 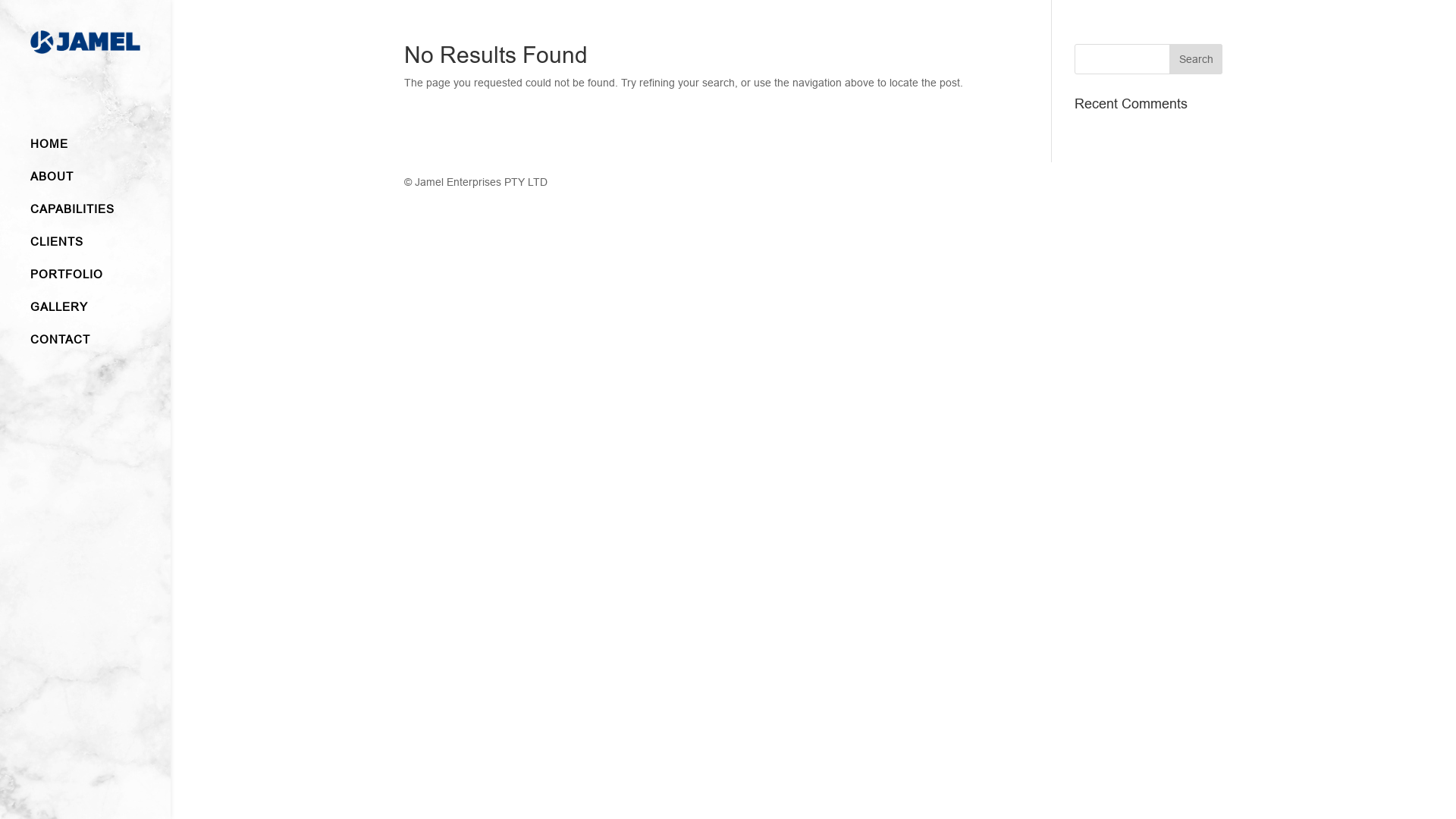 What do you see at coordinates (1168, 58) in the screenshot?
I see `'Search'` at bounding box center [1168, 58].